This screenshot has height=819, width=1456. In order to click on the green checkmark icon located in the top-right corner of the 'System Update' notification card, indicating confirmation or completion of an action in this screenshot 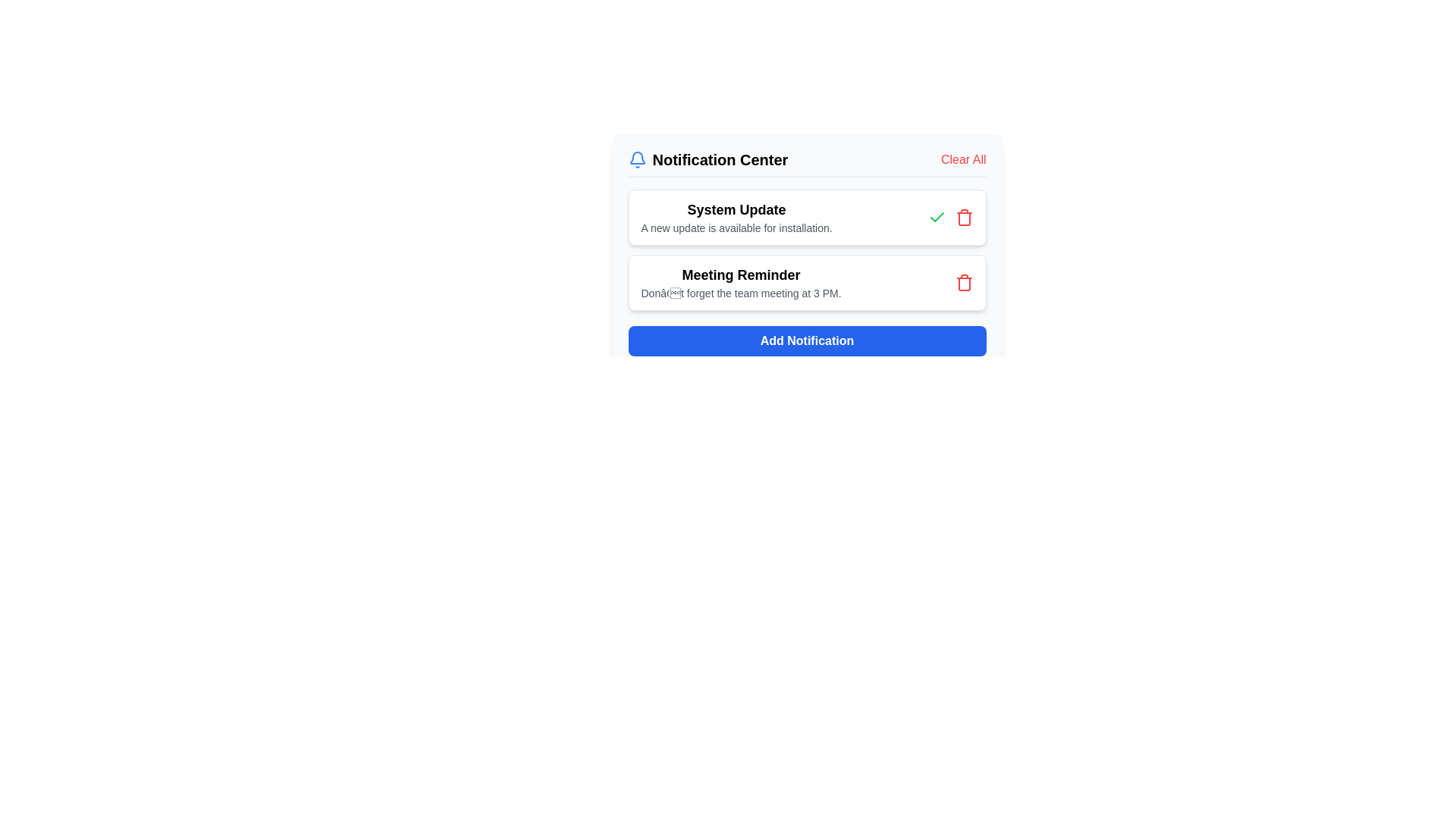, I will do `click(936, 217)`.